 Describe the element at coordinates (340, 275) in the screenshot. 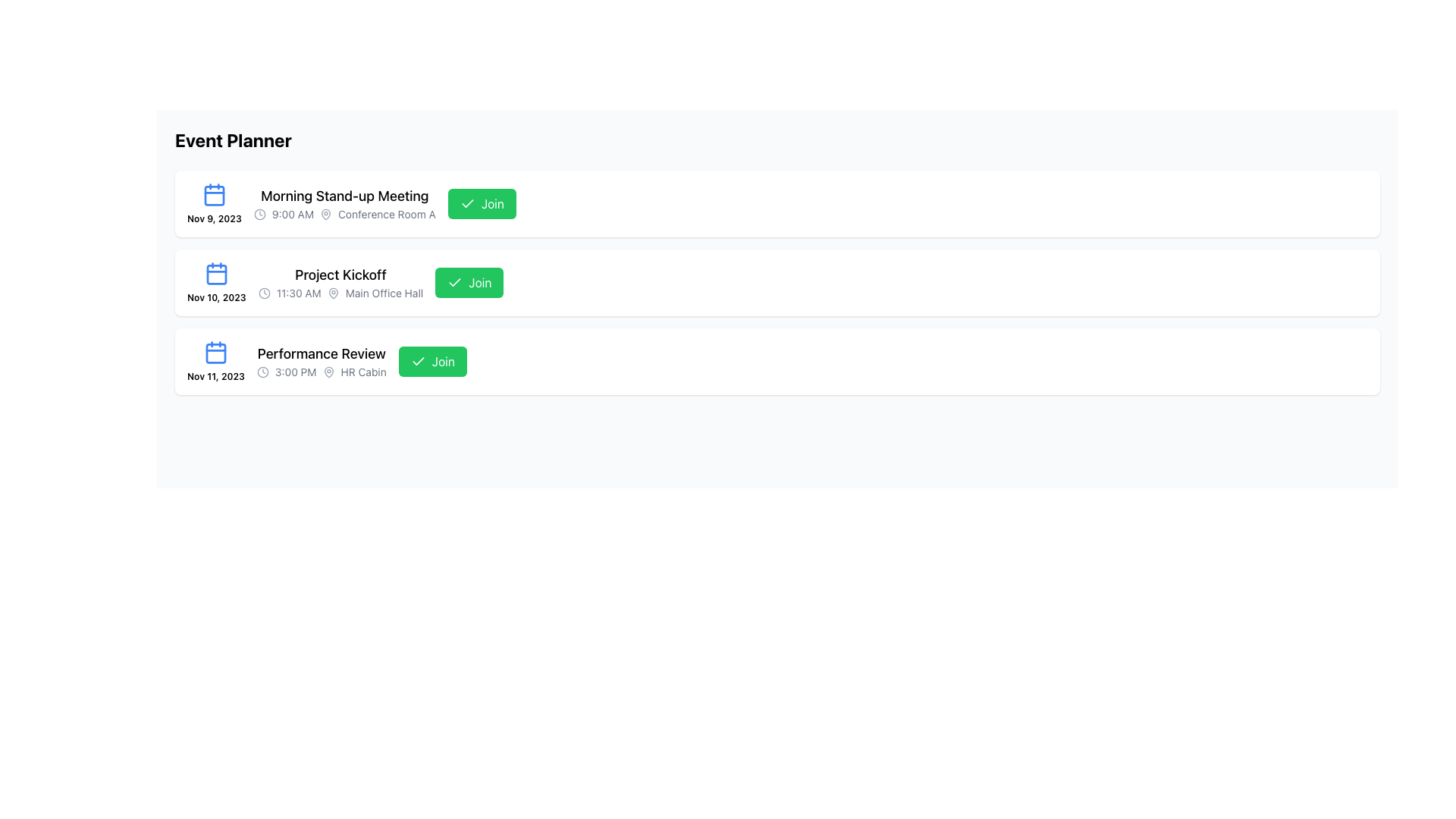

I see `the text label 'Project Kickoff', which provides an overview of the event and is located in the second event row, aligned with an icon on the left and a green 'Join' button on the right` at that location.